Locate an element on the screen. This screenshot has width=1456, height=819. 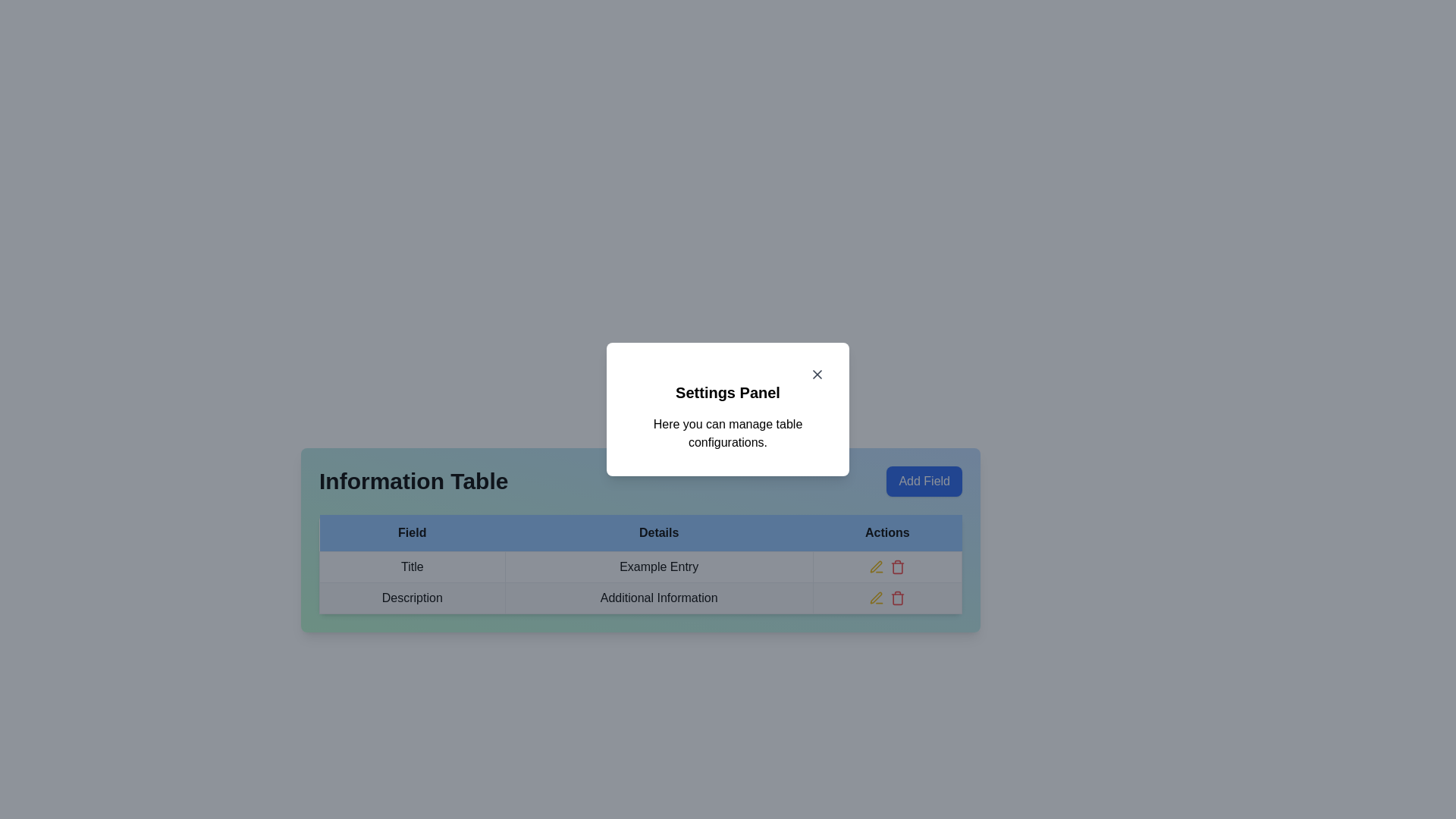
the delete icon button located in the Actions column of the first row in the table is located at coordinates (898, 567).